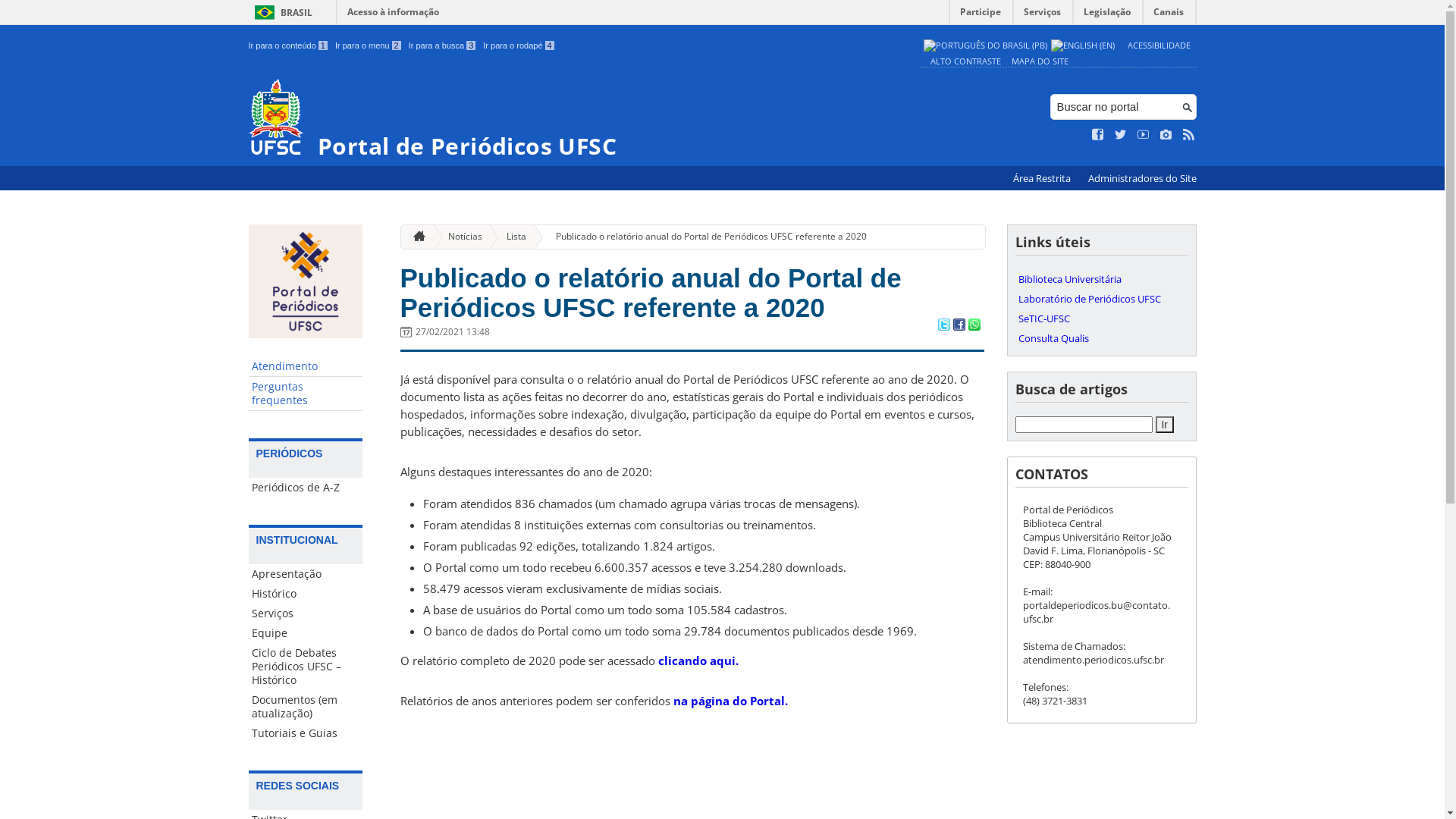 The image size is (1456, 819). I want to click on 'ALTO CONTRASTE', so click(928, 60).